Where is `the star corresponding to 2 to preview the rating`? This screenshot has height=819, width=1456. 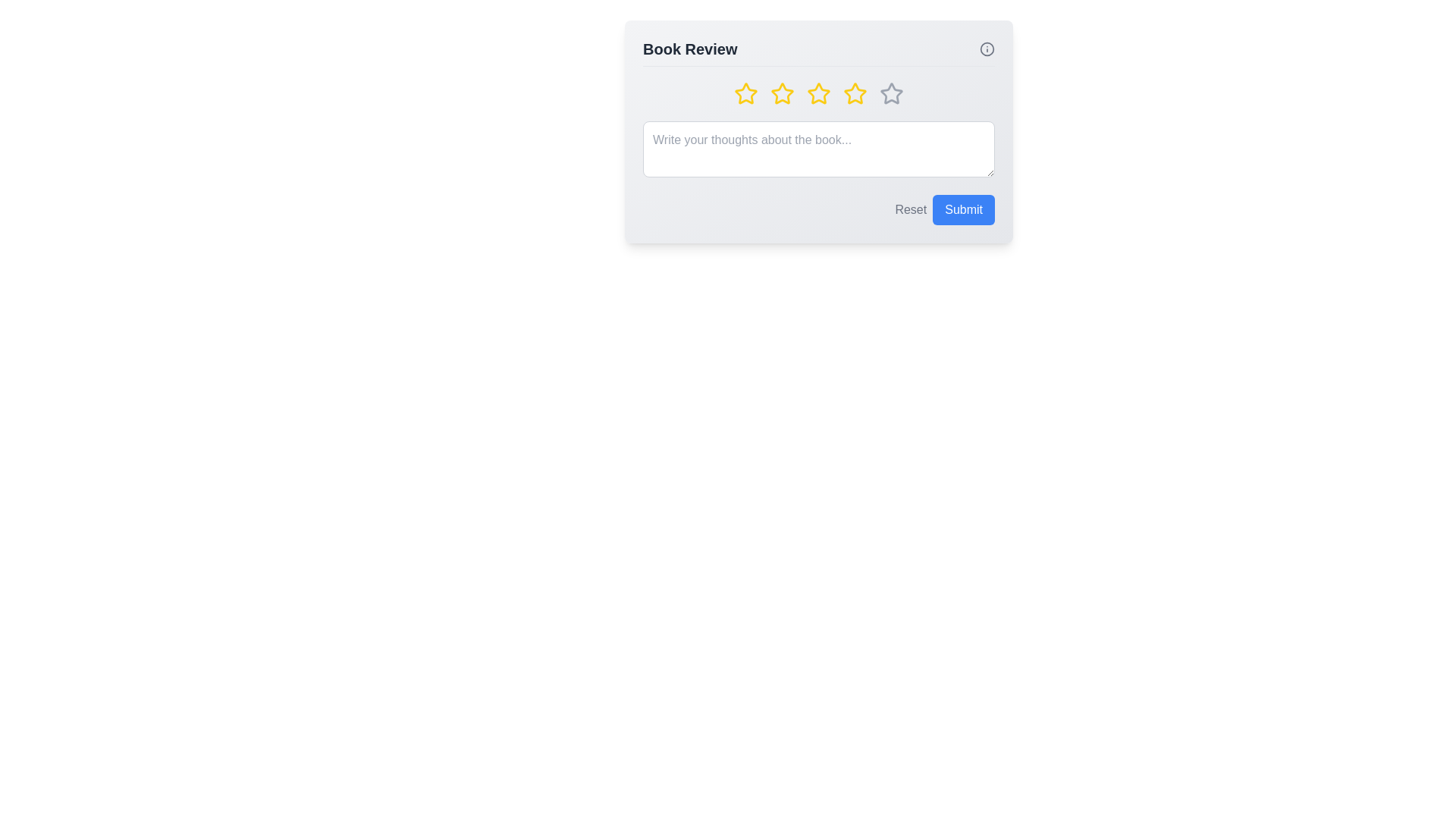 the star corresponding to 2 to preview the rating is located at coordinates (783, 93).